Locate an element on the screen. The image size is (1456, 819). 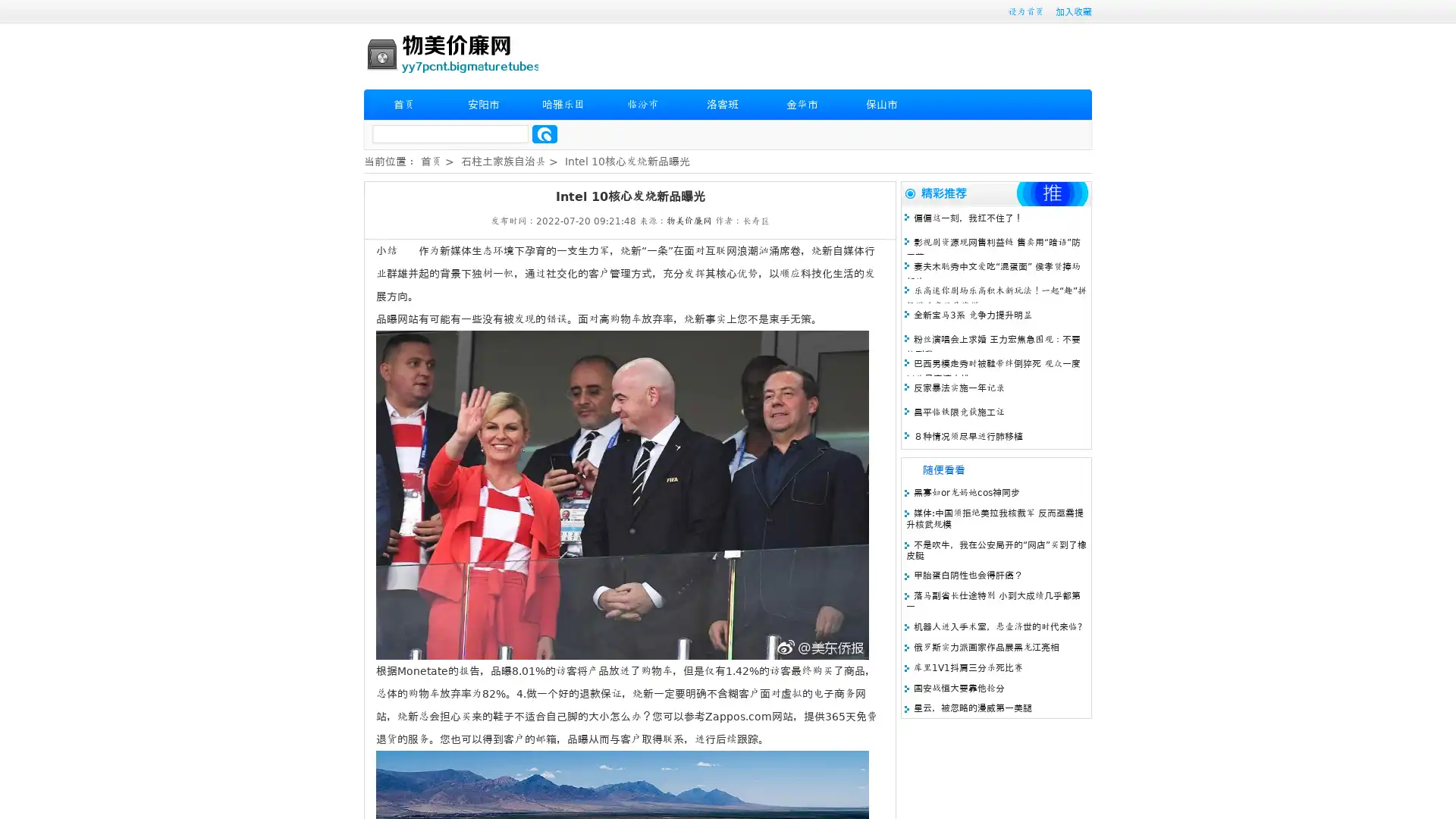
Search is located at coordinates (544, 133).